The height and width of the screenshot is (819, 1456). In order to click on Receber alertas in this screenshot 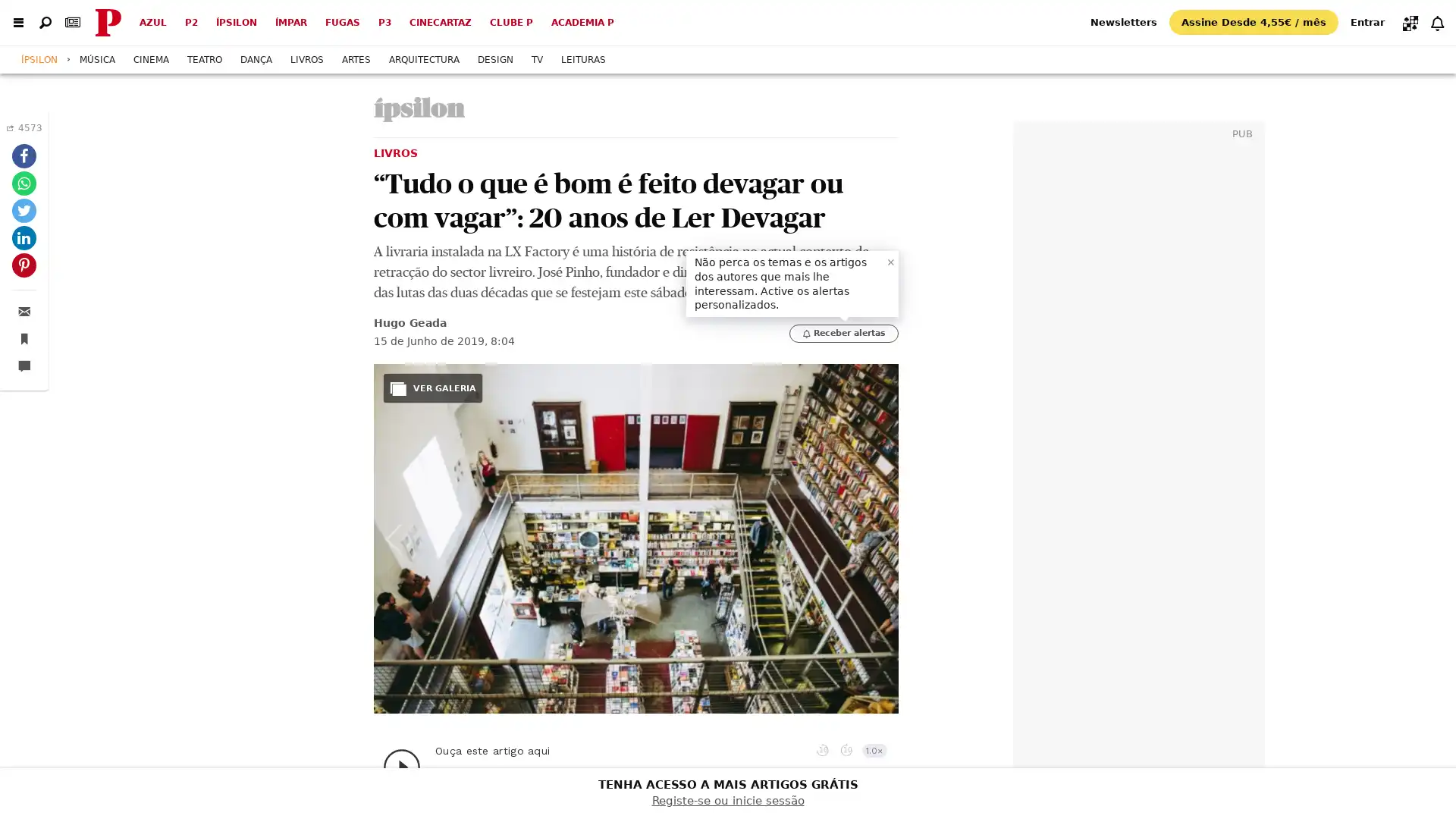, I will do `click(843, 332)`.